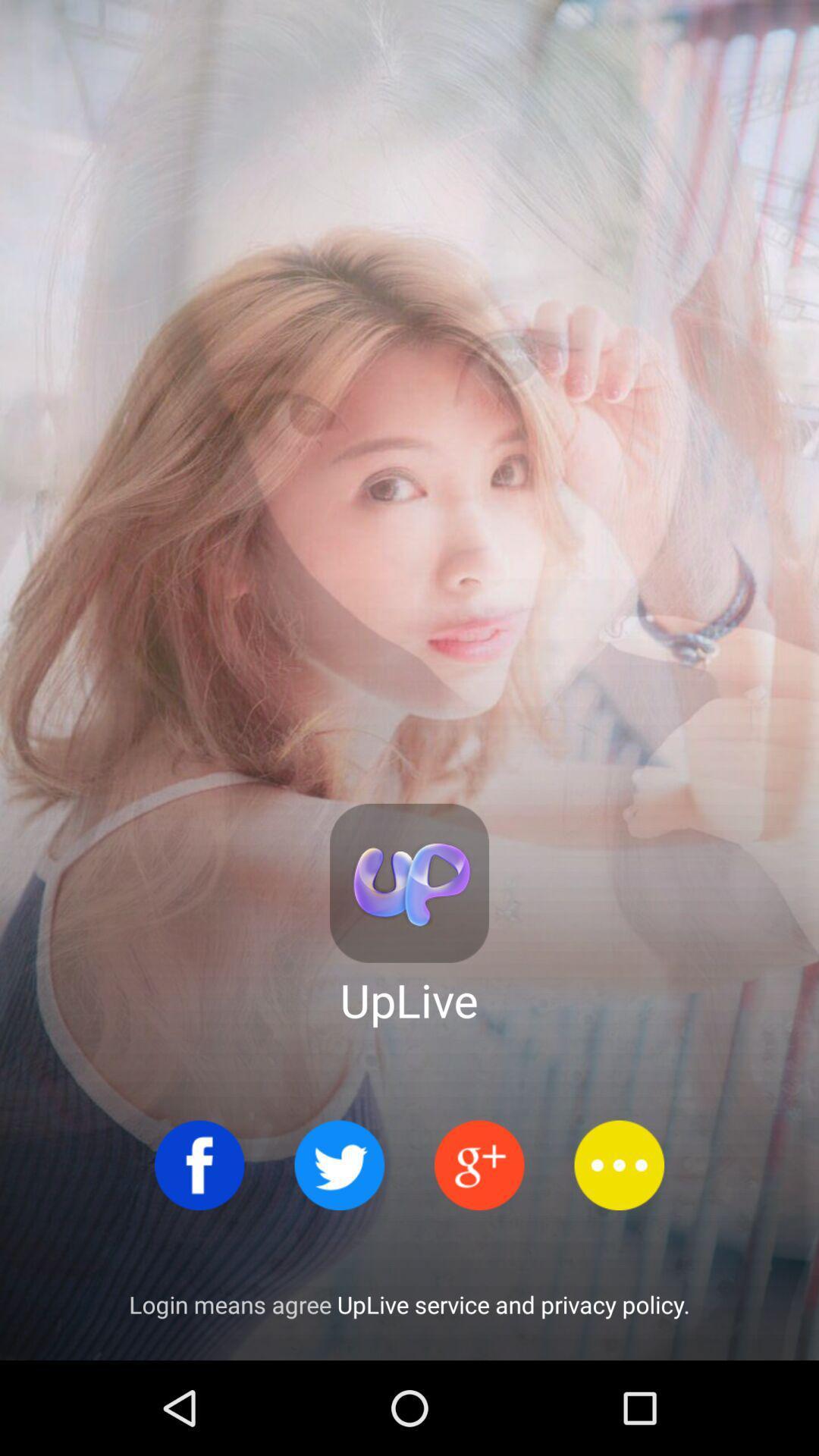 This screenshot has height=1456, width=819. Describe the element at coordinates (199, 1164) in the screenshot. I see `the facebook icon` at that location.